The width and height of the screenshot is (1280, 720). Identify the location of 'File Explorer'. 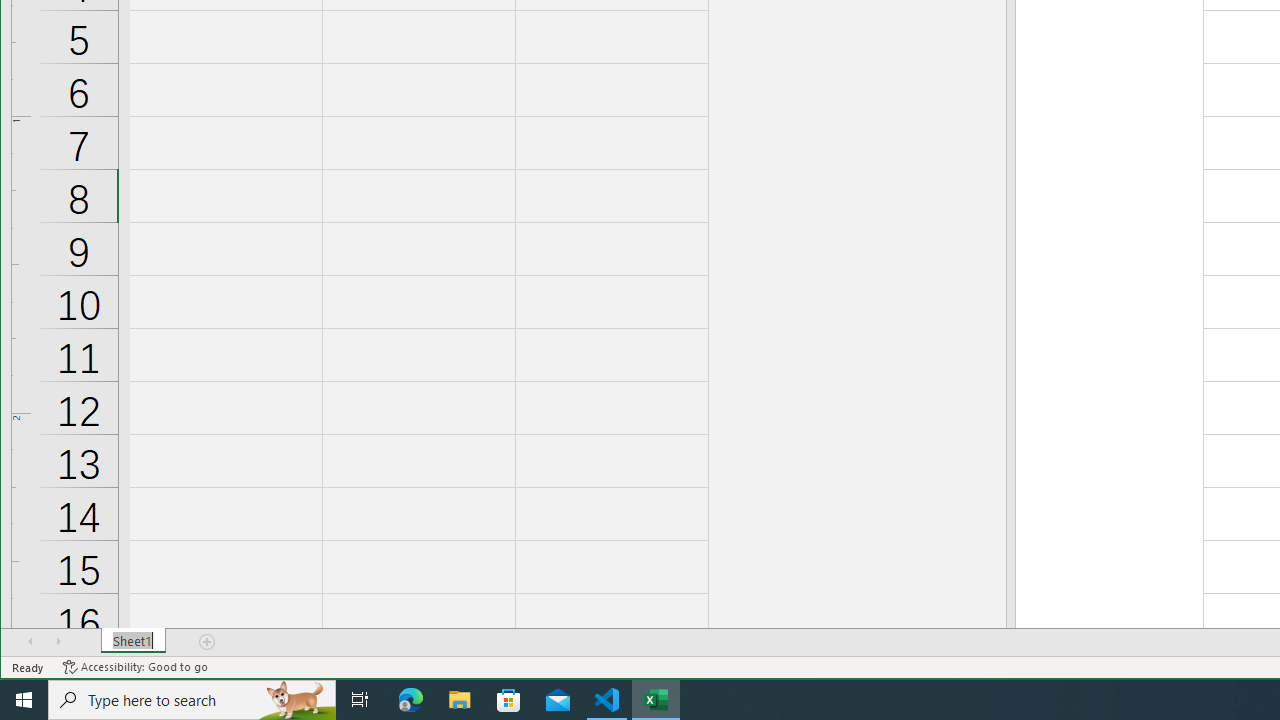
(459, 698).